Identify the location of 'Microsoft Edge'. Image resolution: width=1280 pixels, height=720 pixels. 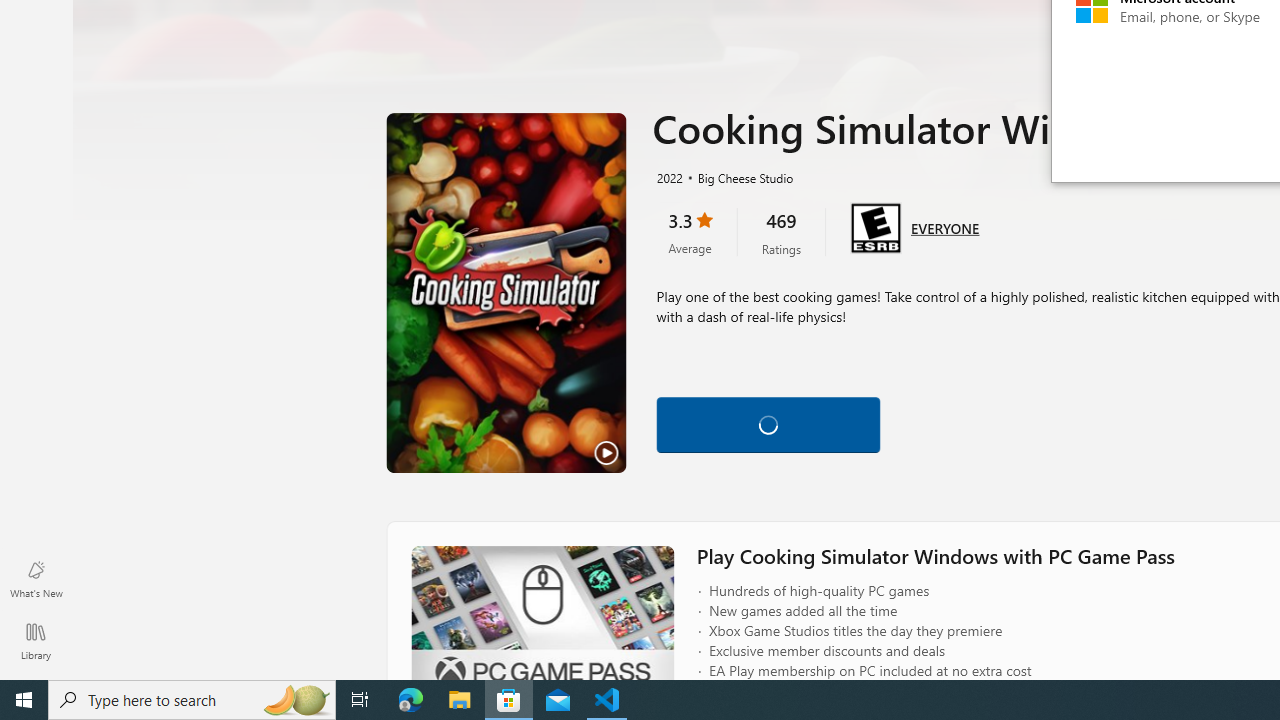
(410, 698).